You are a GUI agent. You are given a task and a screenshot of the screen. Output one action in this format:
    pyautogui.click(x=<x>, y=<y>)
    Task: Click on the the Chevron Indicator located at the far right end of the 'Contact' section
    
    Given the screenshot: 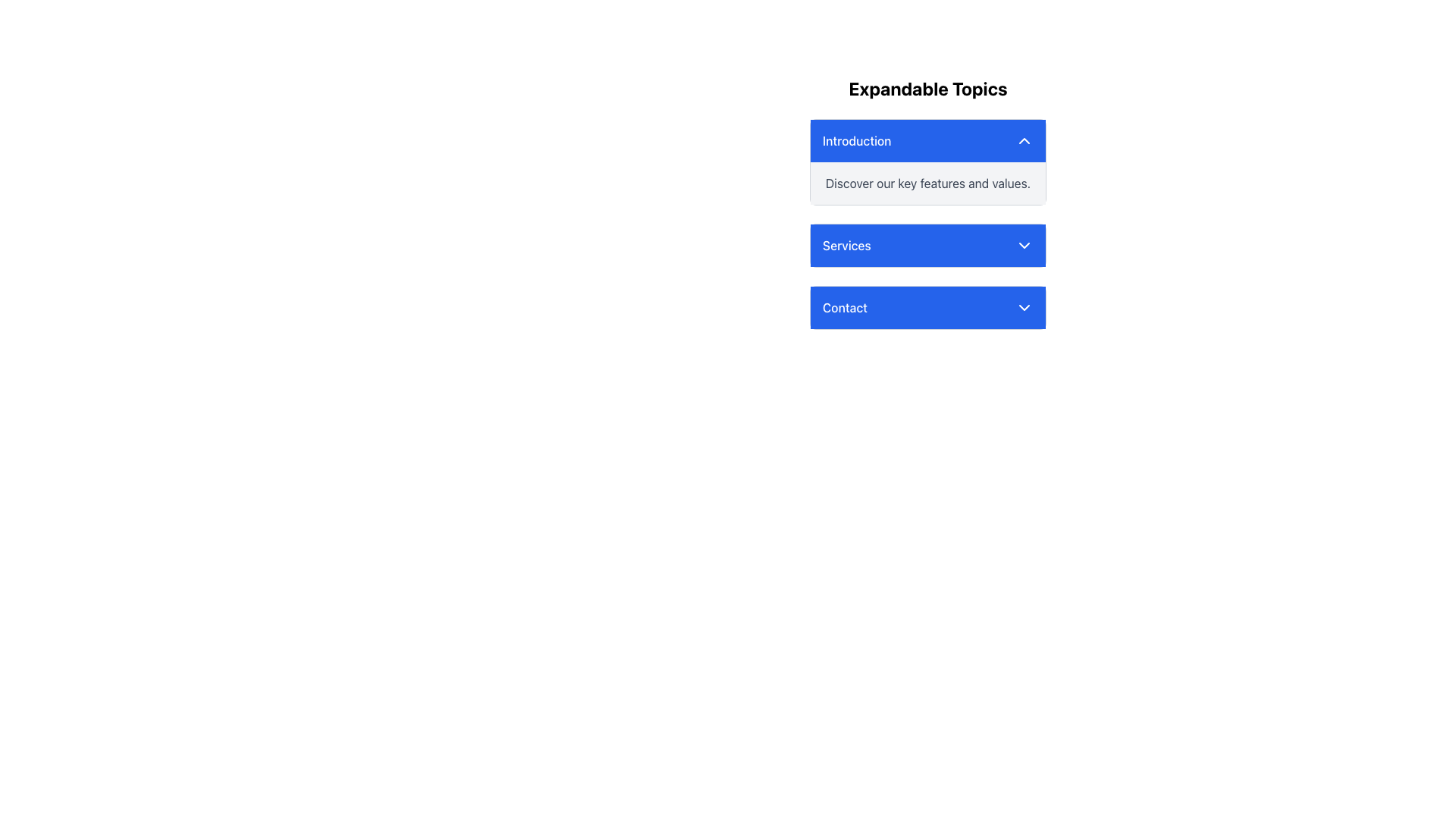 What is the action you would take?
    pyautogui.click(x=1024, y=307)
    